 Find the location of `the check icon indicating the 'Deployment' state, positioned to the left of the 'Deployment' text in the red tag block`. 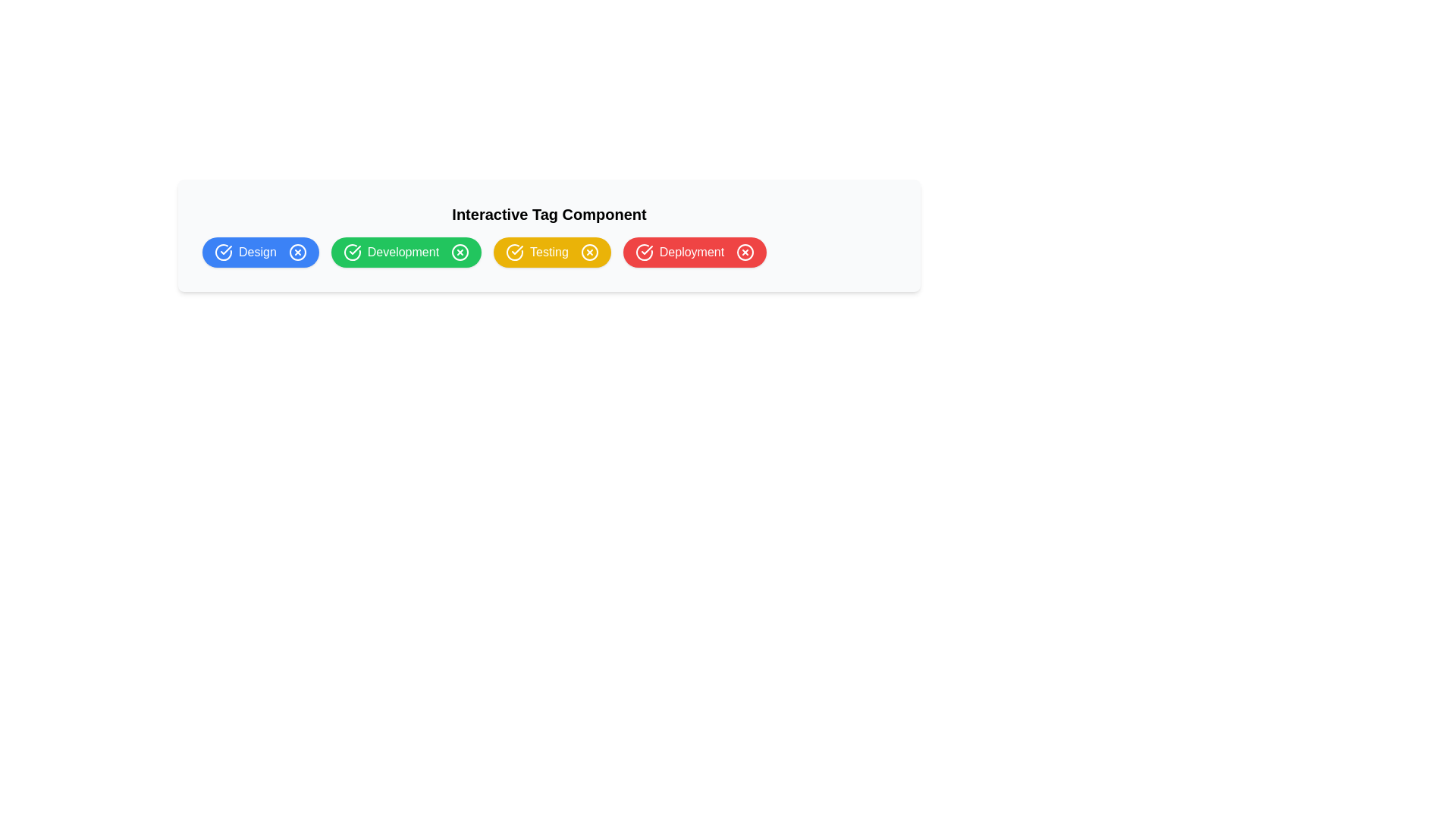

the check icon indicating the 'Deployment' state, positioned to the left of the 'Deployment' text in the red tag block is located at coordinates (644, 251).